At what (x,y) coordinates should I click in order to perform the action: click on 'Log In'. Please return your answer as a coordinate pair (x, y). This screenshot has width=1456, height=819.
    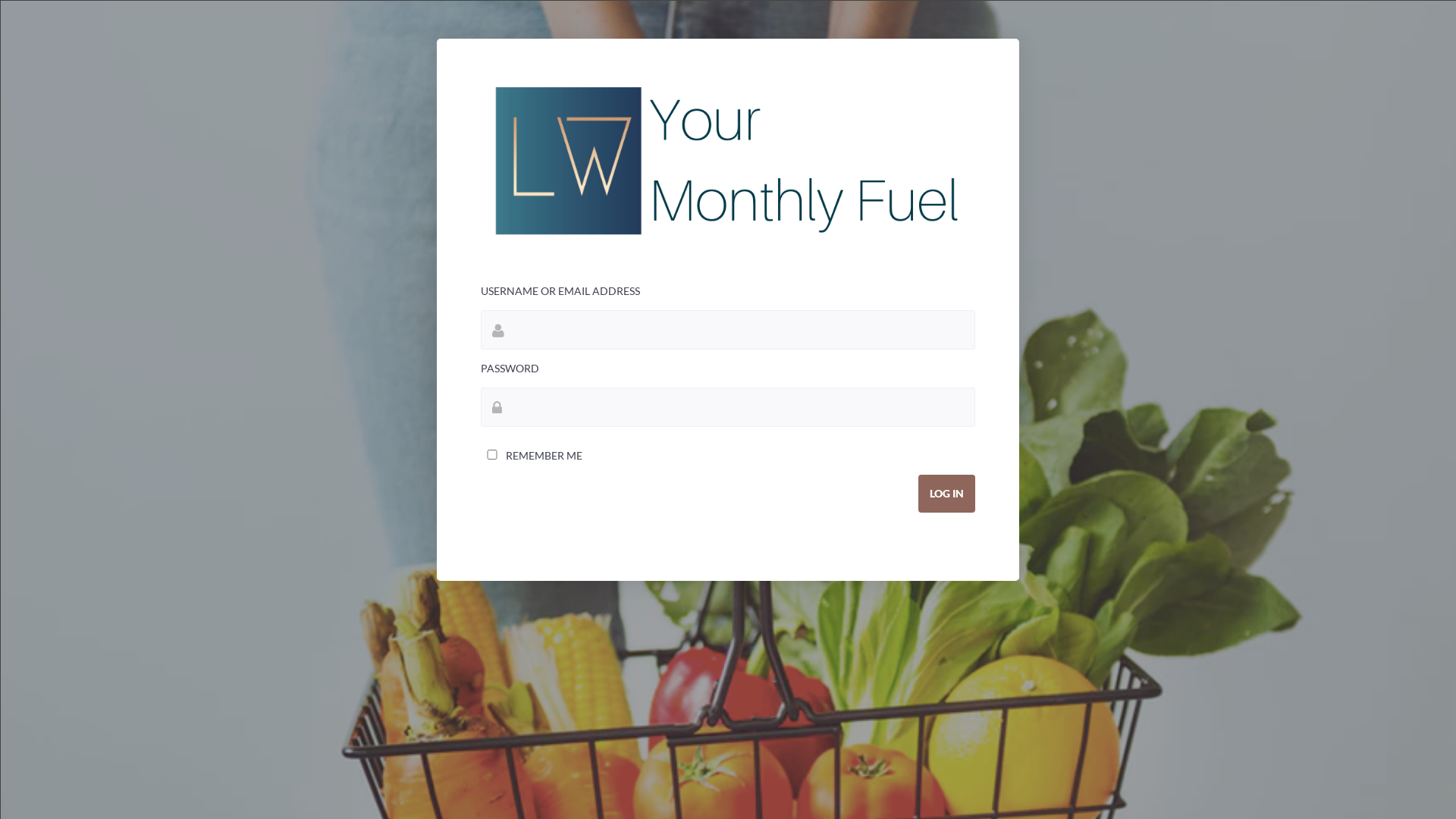
    Looking at the image, I should click on (946, 494).